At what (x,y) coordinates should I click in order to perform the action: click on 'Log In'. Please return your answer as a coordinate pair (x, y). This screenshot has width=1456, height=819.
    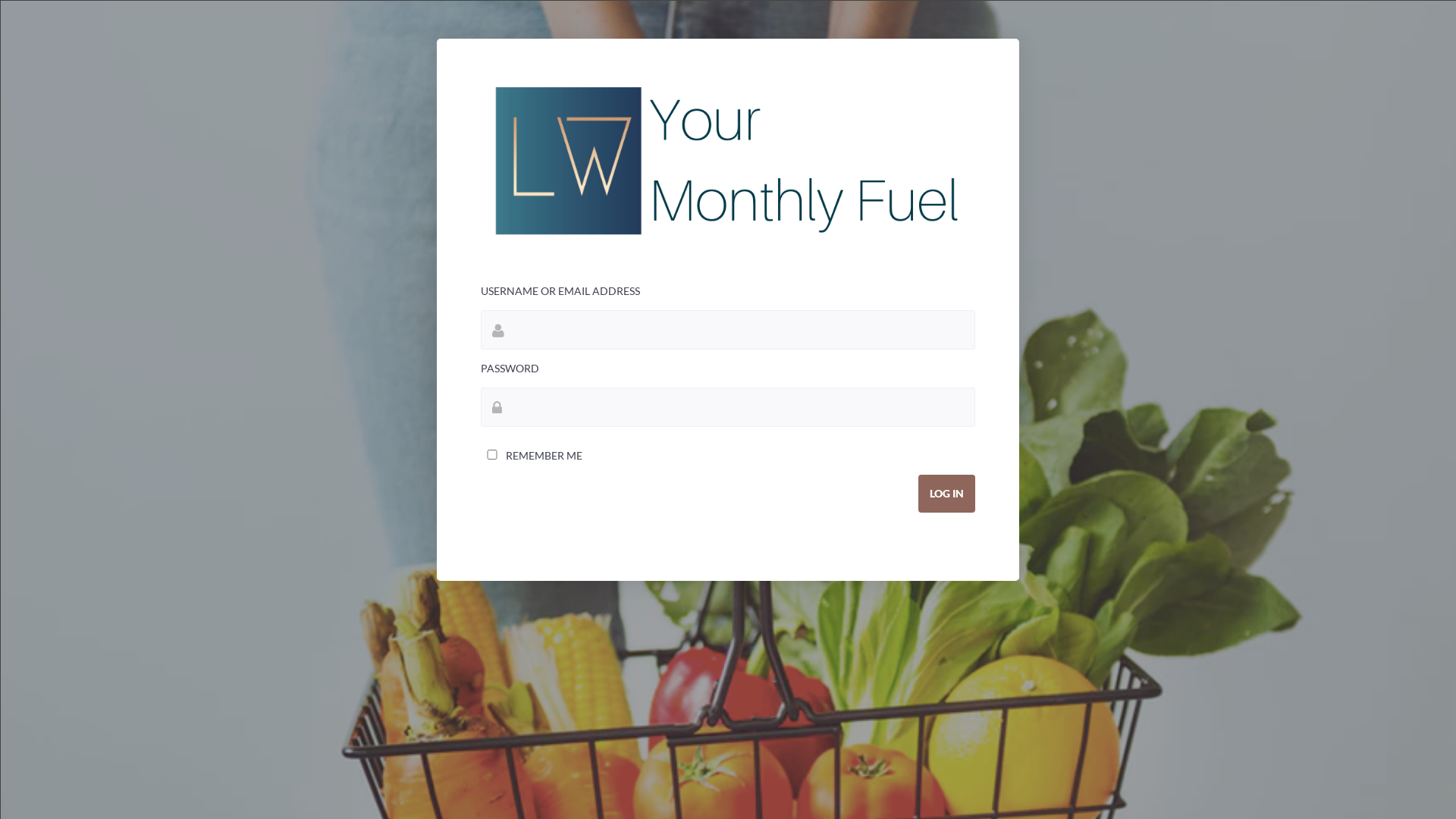
    Looking at the image, I should click on (946, 494).